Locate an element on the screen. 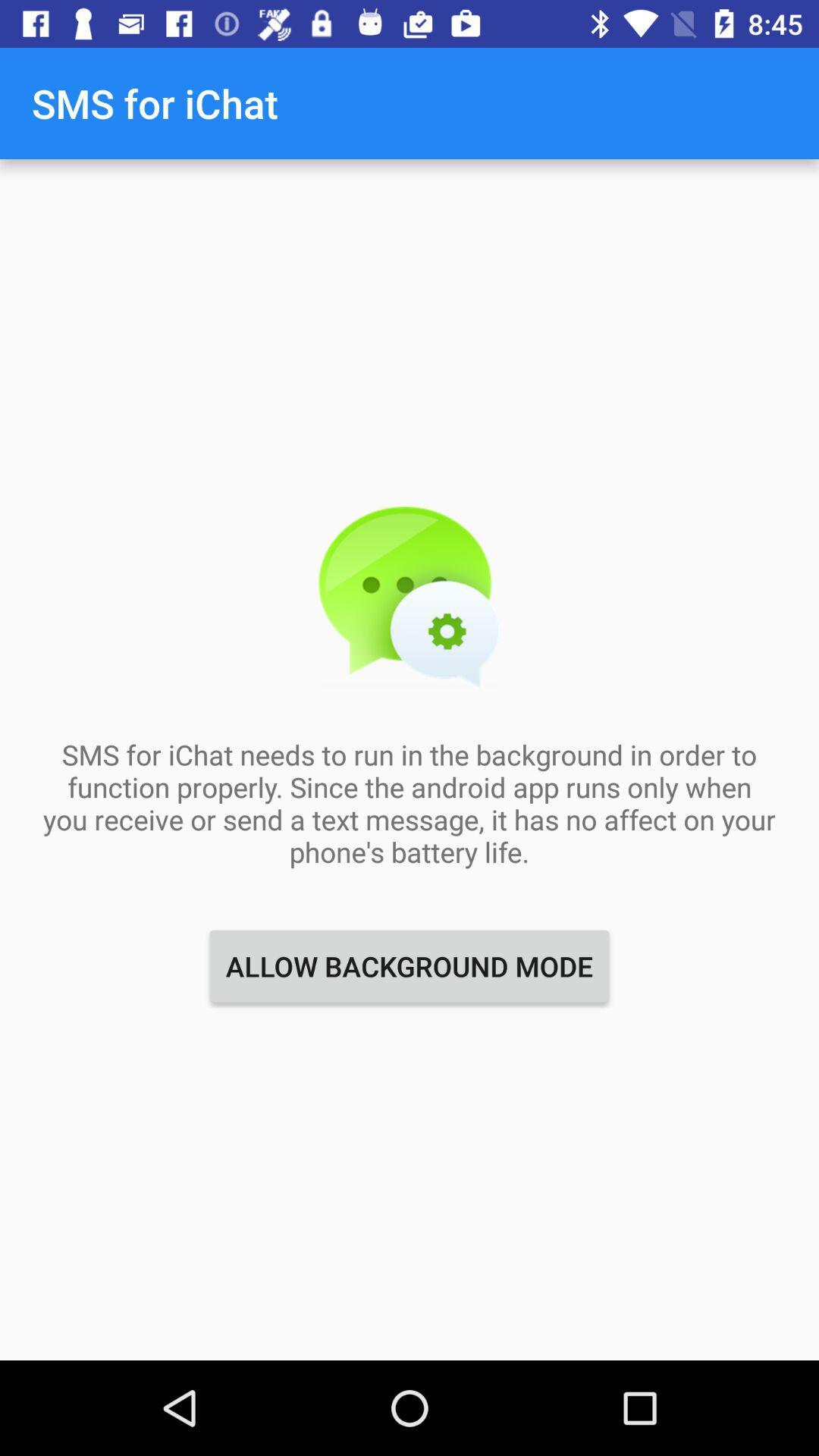 Image resolution: width=819 pixels, height=1456 pixels. the allow background mode item is located at coordinates (409, 965).